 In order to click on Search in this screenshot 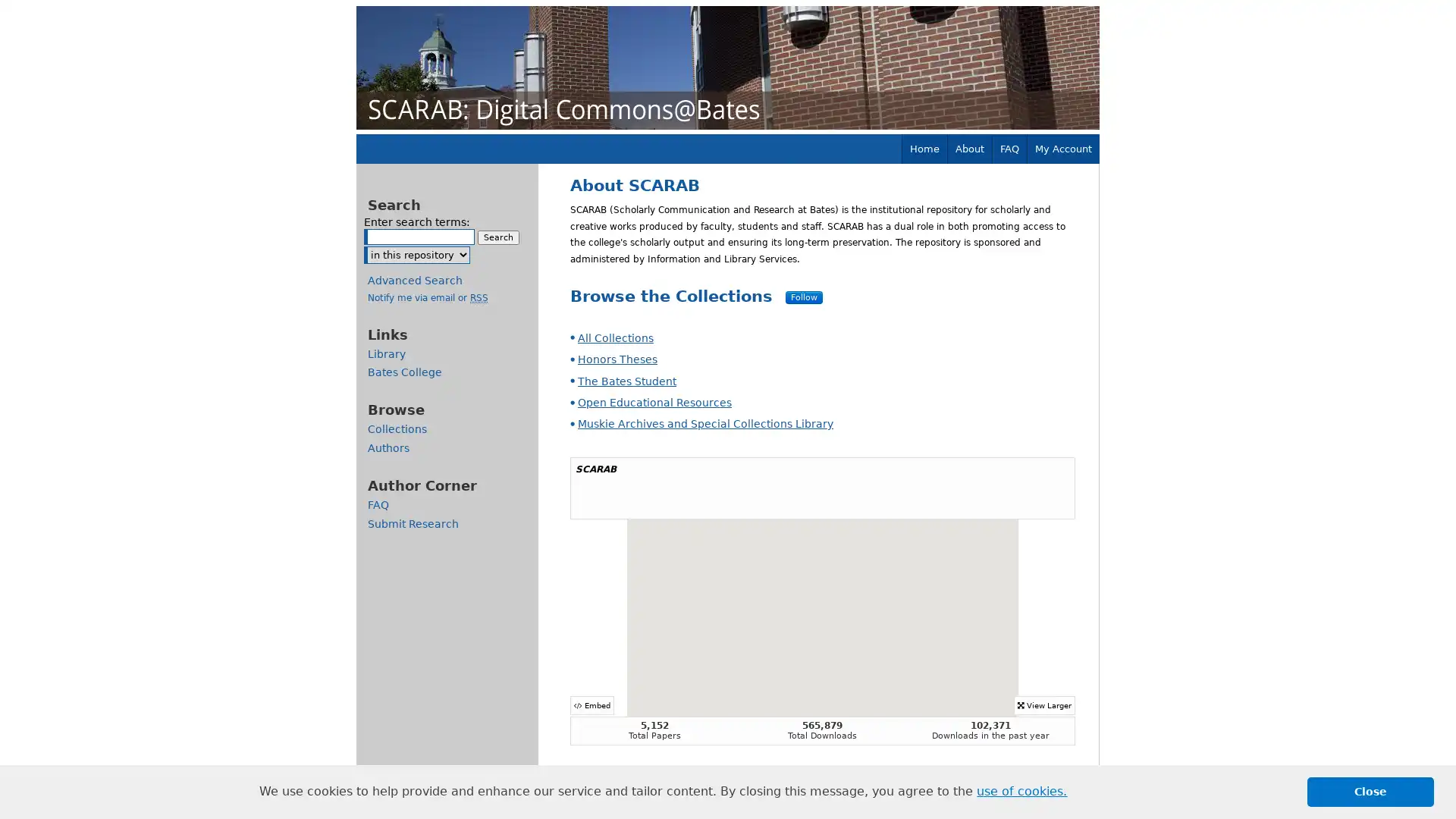, I will do `click(498, 237)`.